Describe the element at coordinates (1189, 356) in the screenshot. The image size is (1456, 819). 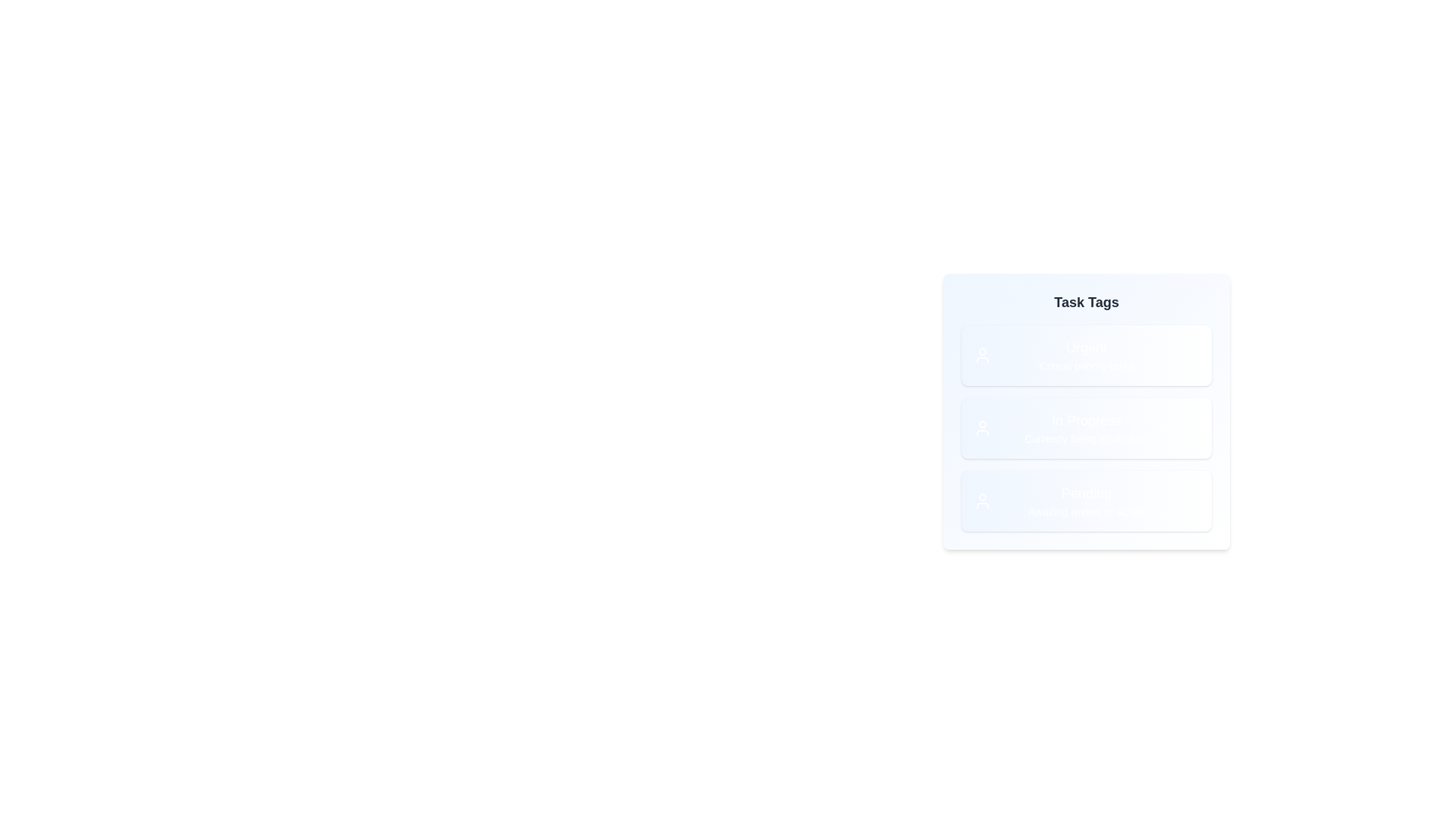
I see `the delete icon of the tag labeled Urgent` at that location.